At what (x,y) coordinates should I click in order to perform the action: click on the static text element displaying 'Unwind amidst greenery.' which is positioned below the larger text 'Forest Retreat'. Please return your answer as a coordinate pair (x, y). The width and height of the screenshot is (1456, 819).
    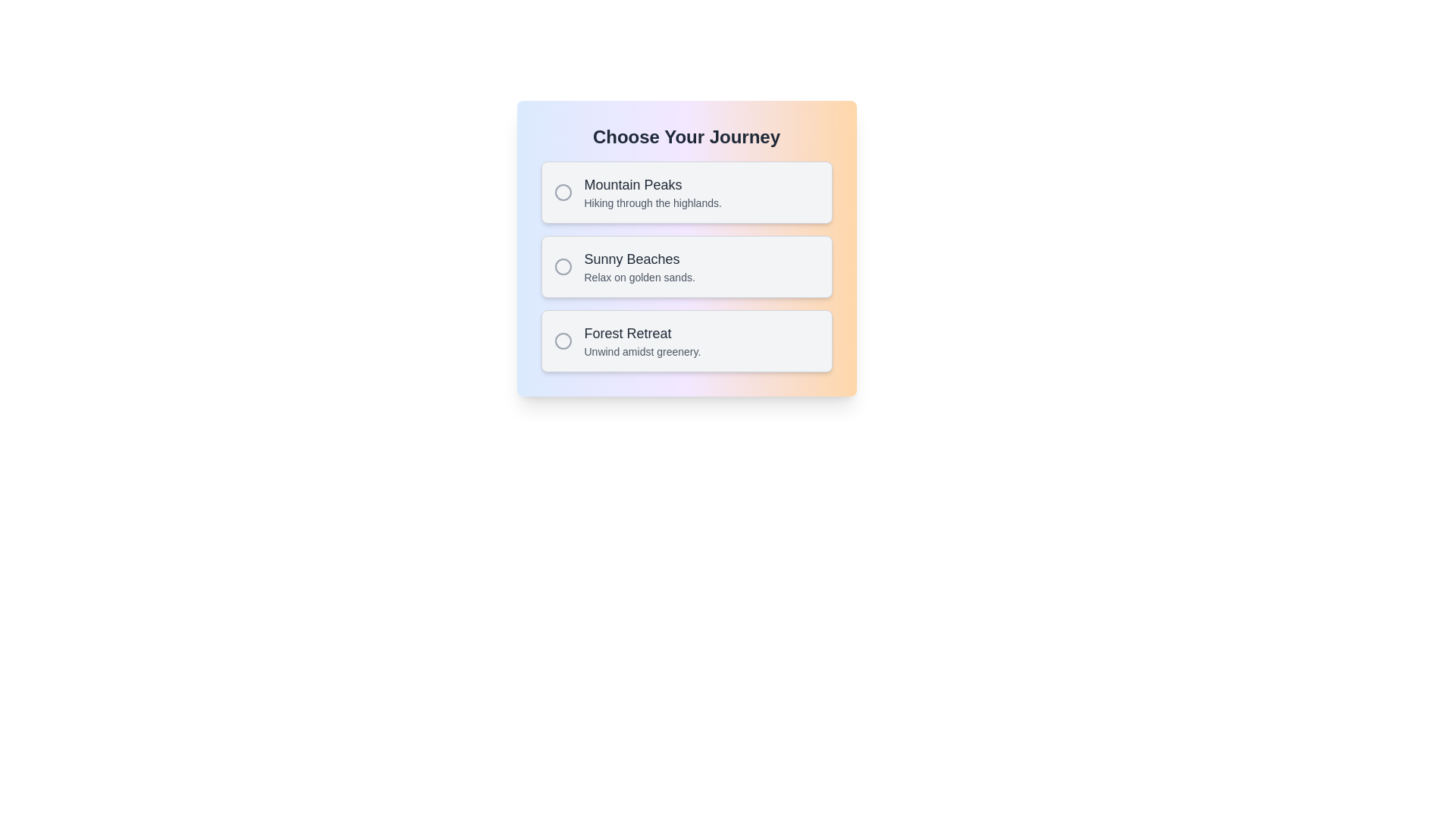
    Looking at the image, I should click on (642, 351).